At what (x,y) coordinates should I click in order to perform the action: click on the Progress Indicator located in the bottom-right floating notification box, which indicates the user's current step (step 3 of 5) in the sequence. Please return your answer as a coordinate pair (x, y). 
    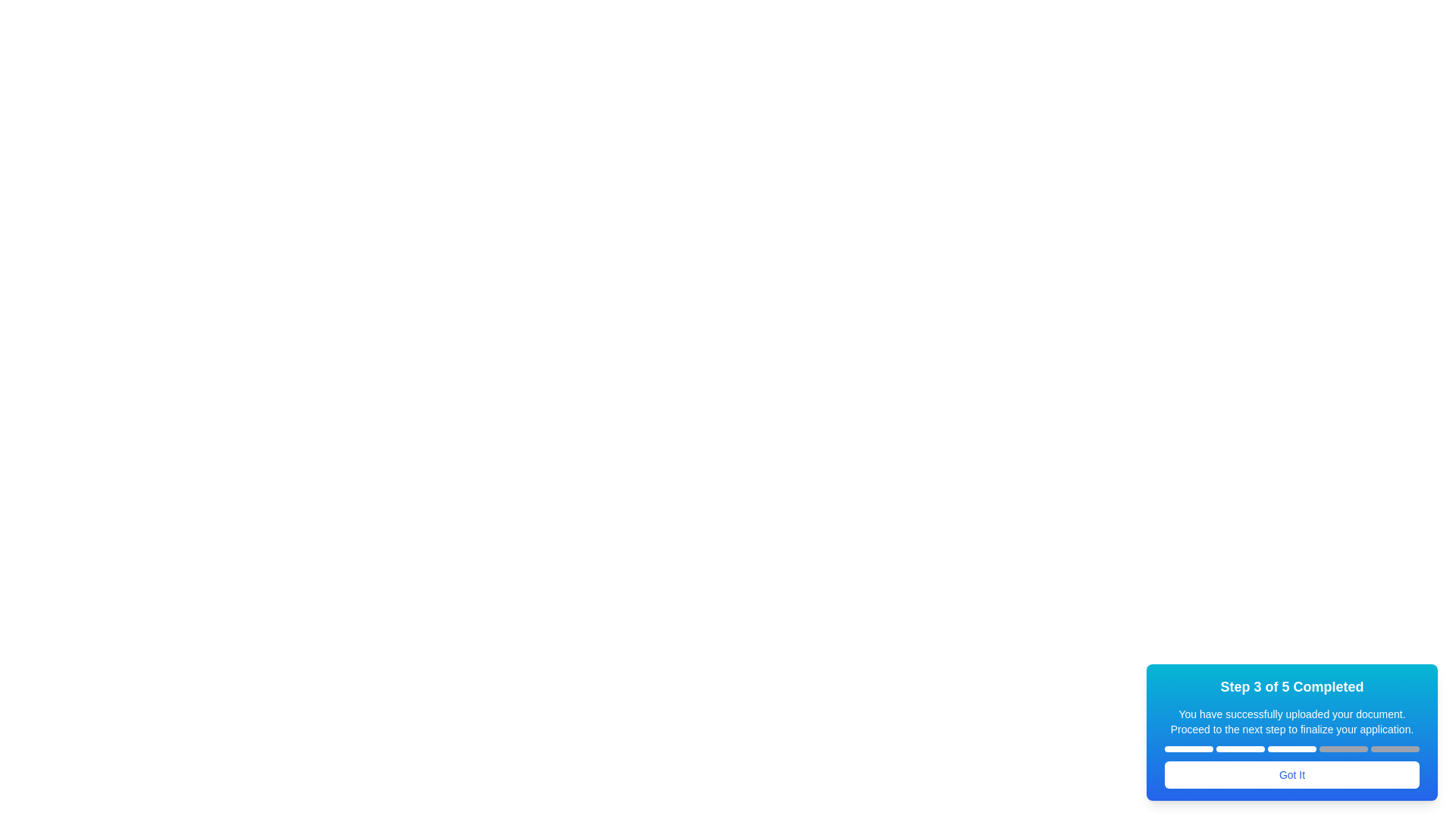
    Looking at the image, I should click on (1291, 748).